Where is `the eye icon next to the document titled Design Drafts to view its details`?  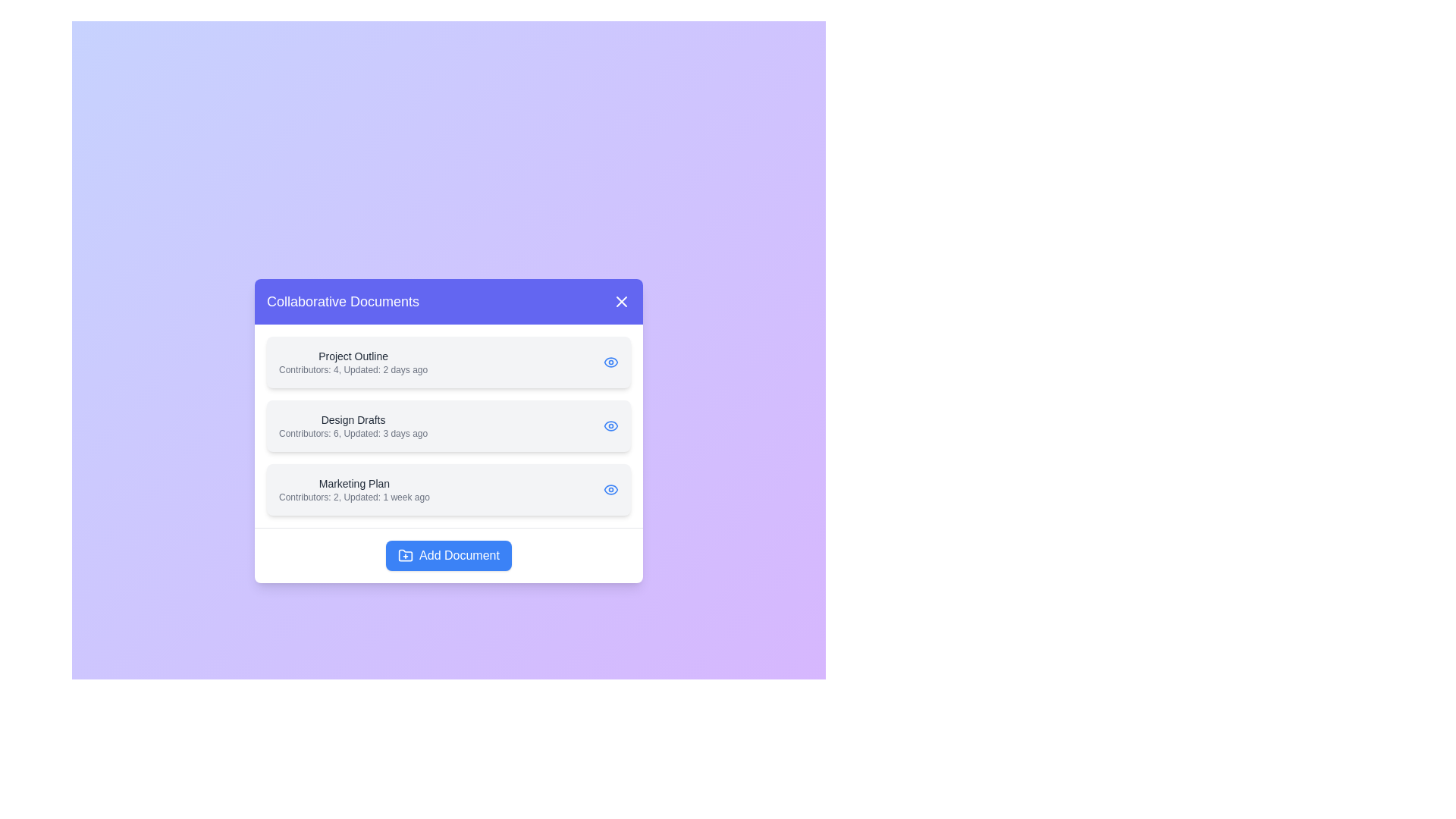 the eye icon next to the document titled Design Drafts to view its details is located at coordinates (611, 425).